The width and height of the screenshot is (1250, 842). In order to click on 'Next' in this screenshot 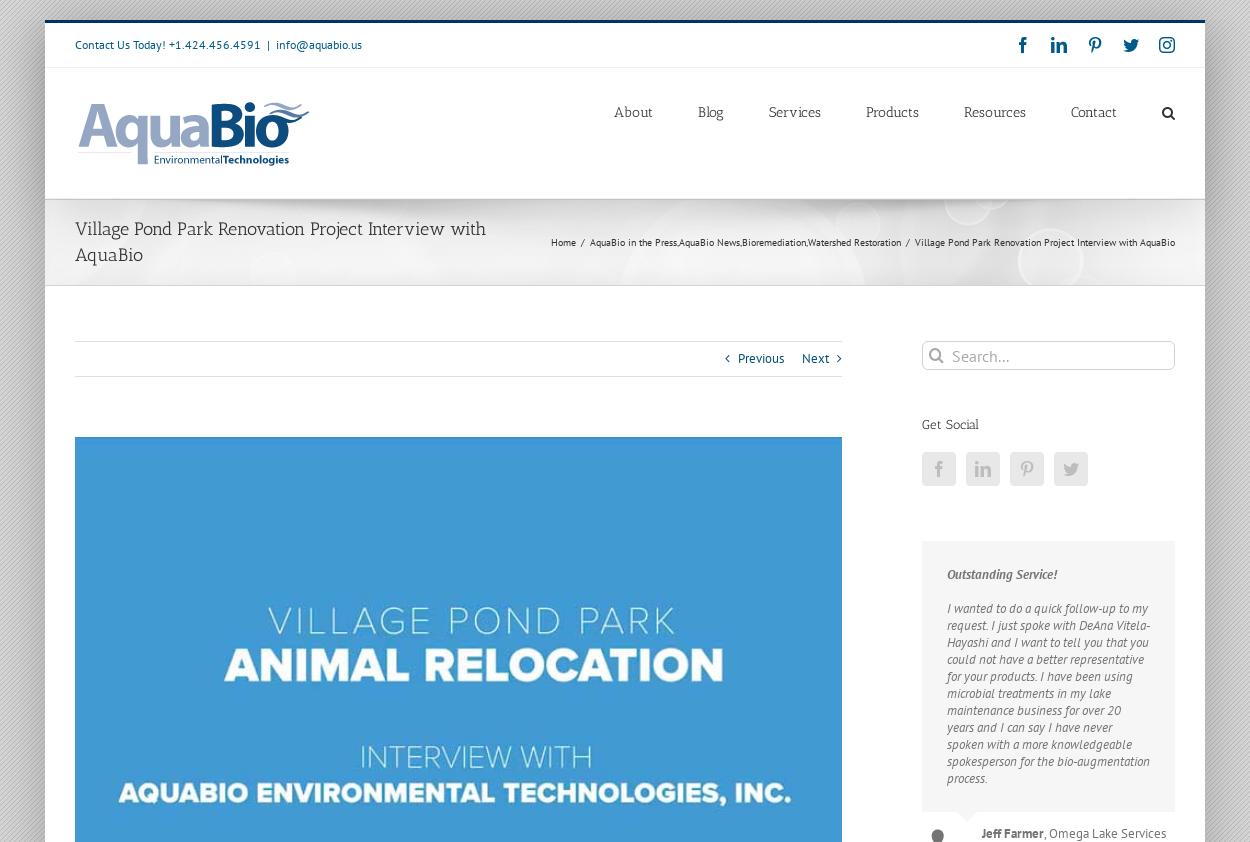, I will do `click(814, 358)`.